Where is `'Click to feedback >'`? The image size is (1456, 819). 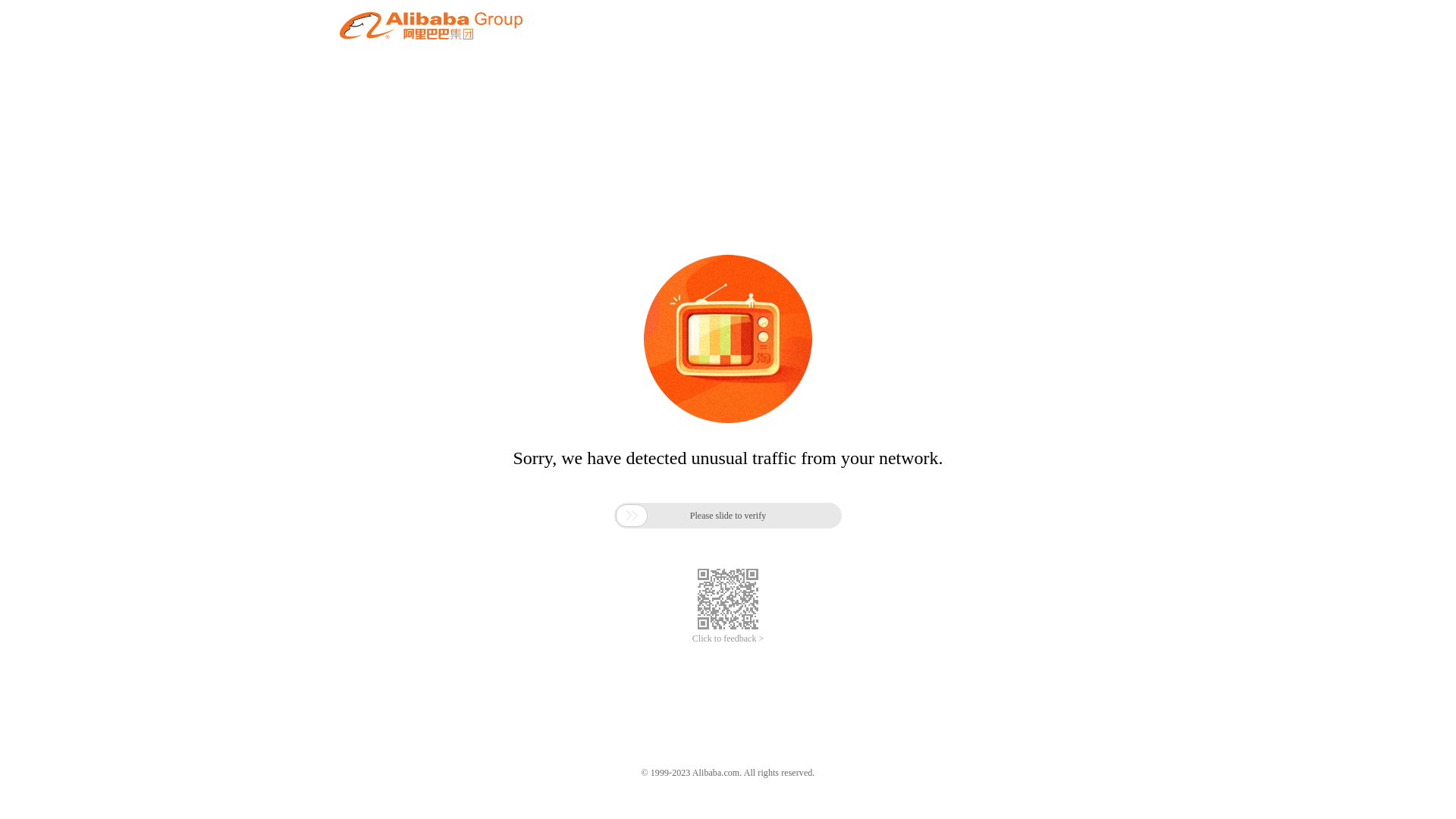 'Click to feedback >' is located at coordinates (728, 639).